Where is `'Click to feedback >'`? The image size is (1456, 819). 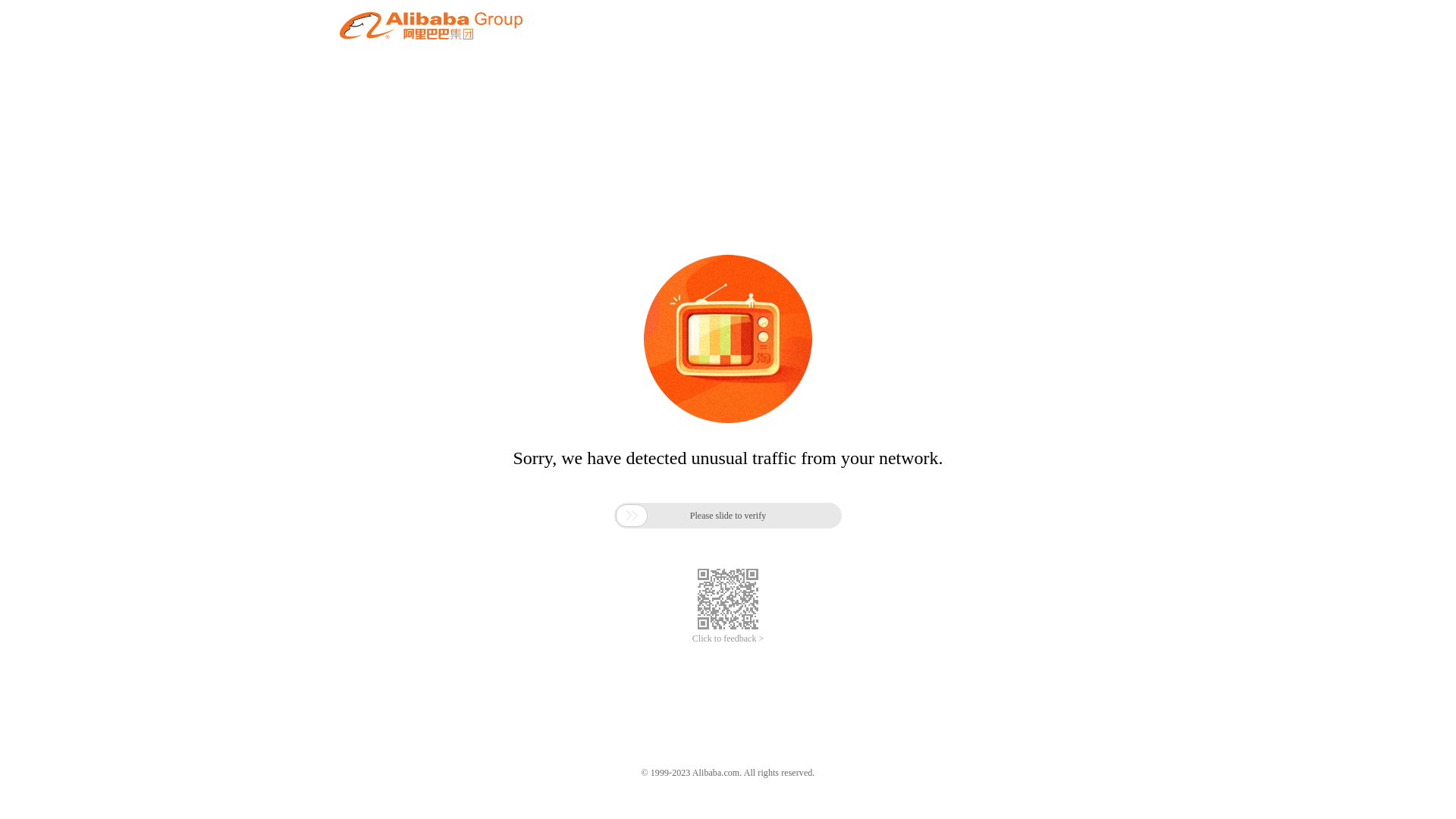 'Click to feedback >' is located at coordinates (728, 639).